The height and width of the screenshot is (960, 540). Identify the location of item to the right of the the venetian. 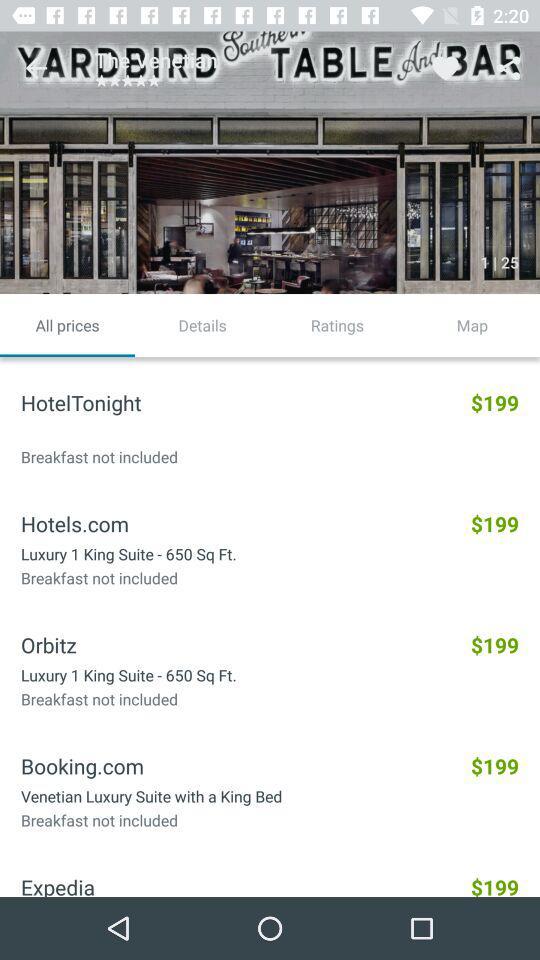
(445, 68).